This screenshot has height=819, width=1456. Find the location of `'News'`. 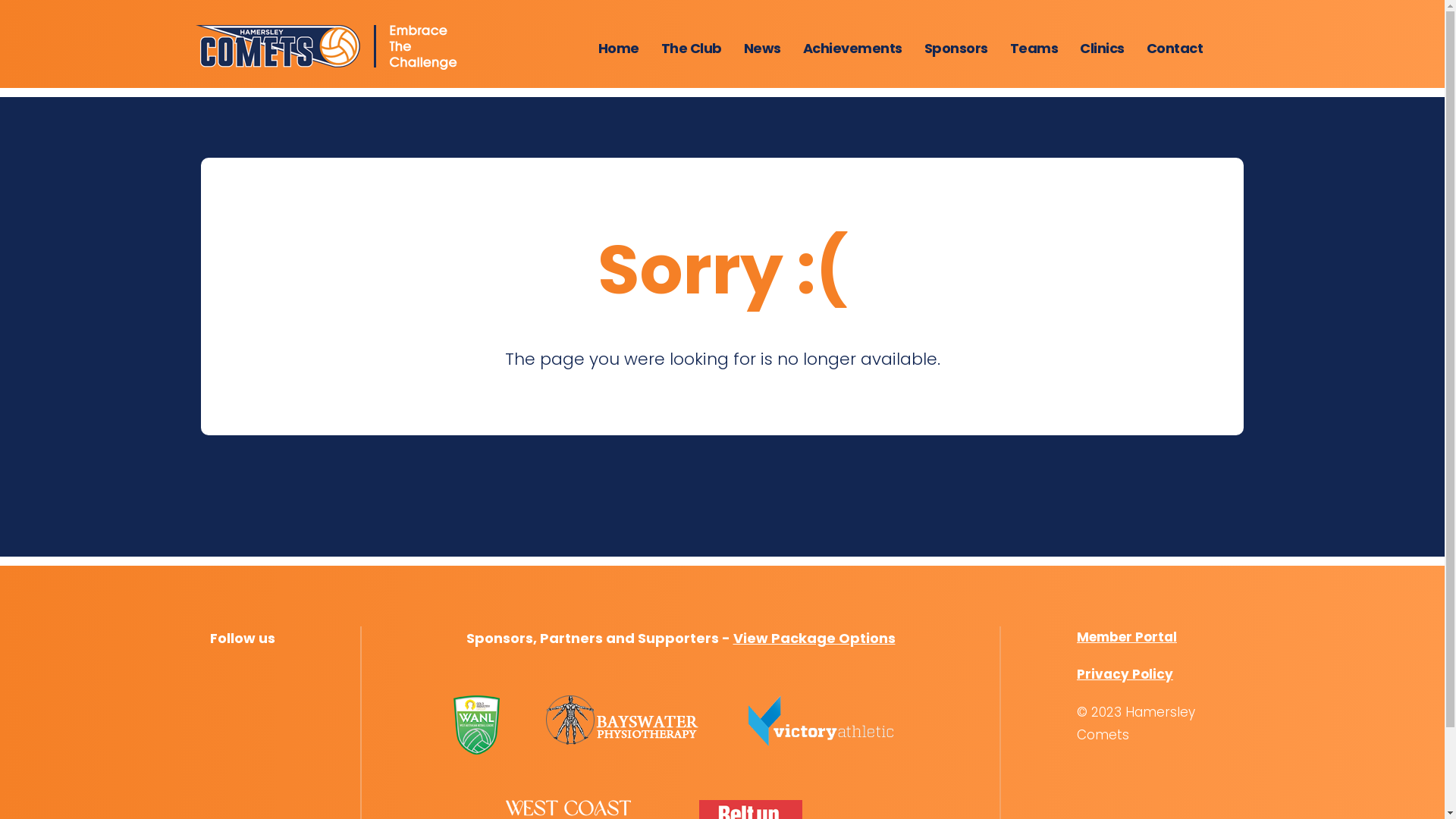

'News' is located at coordinates (761, 47).